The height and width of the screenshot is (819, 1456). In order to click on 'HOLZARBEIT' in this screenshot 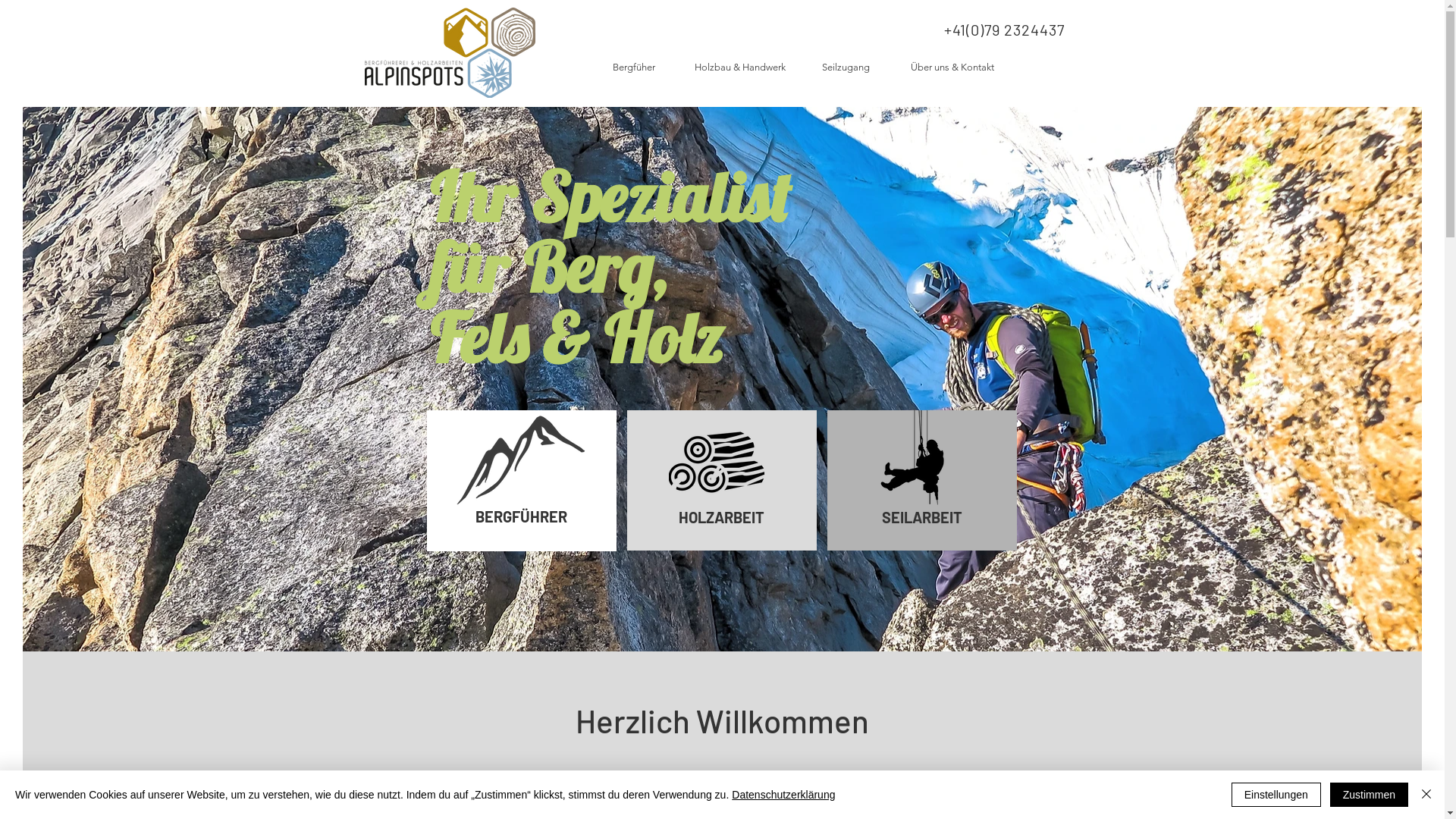, I will do `click(720, 516)`.